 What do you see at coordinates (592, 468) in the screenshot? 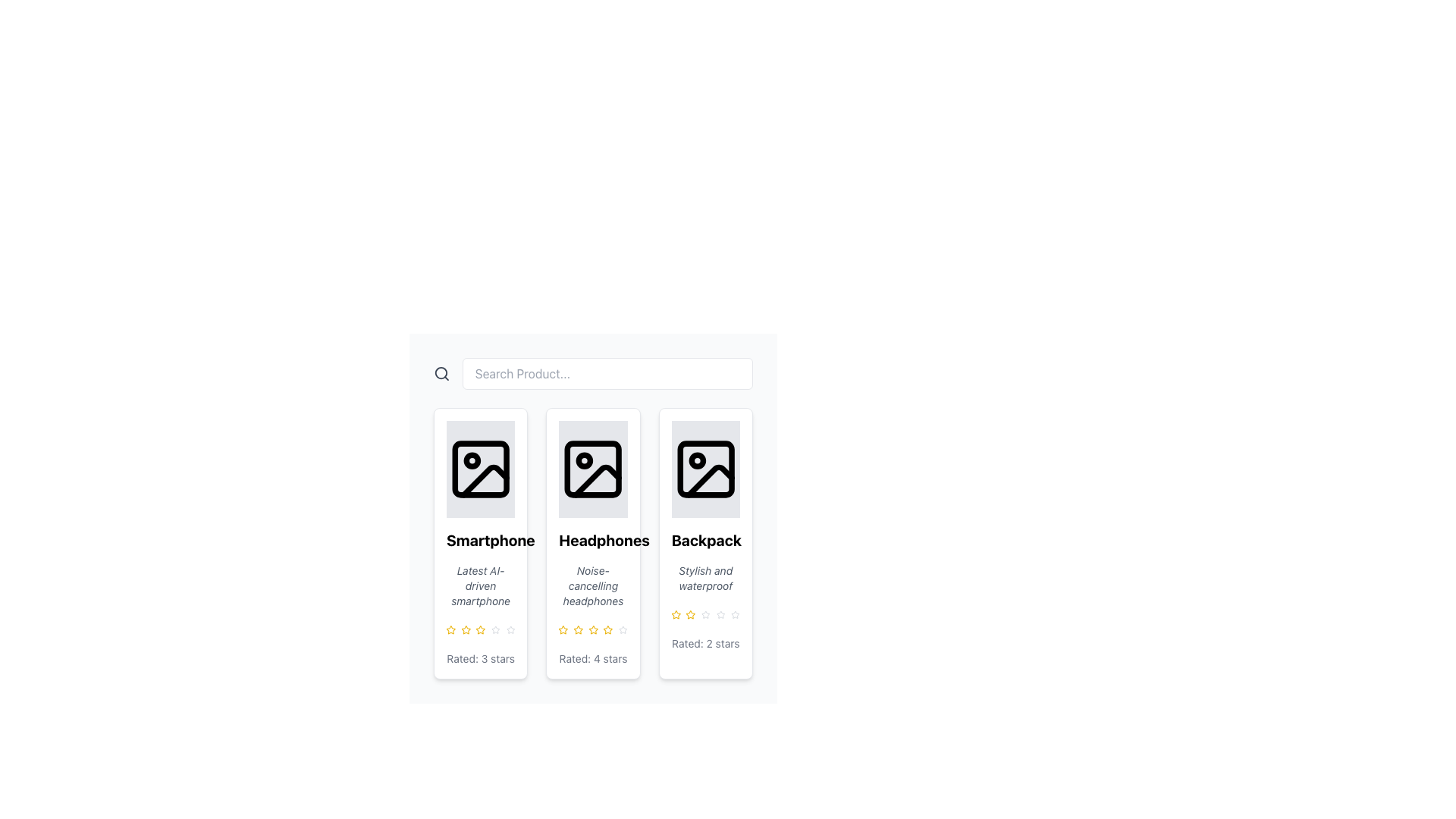
I see `the image placeholder representing the product image in the second card titled 'Headphones' for navigation` at bounding box center [592, 468].